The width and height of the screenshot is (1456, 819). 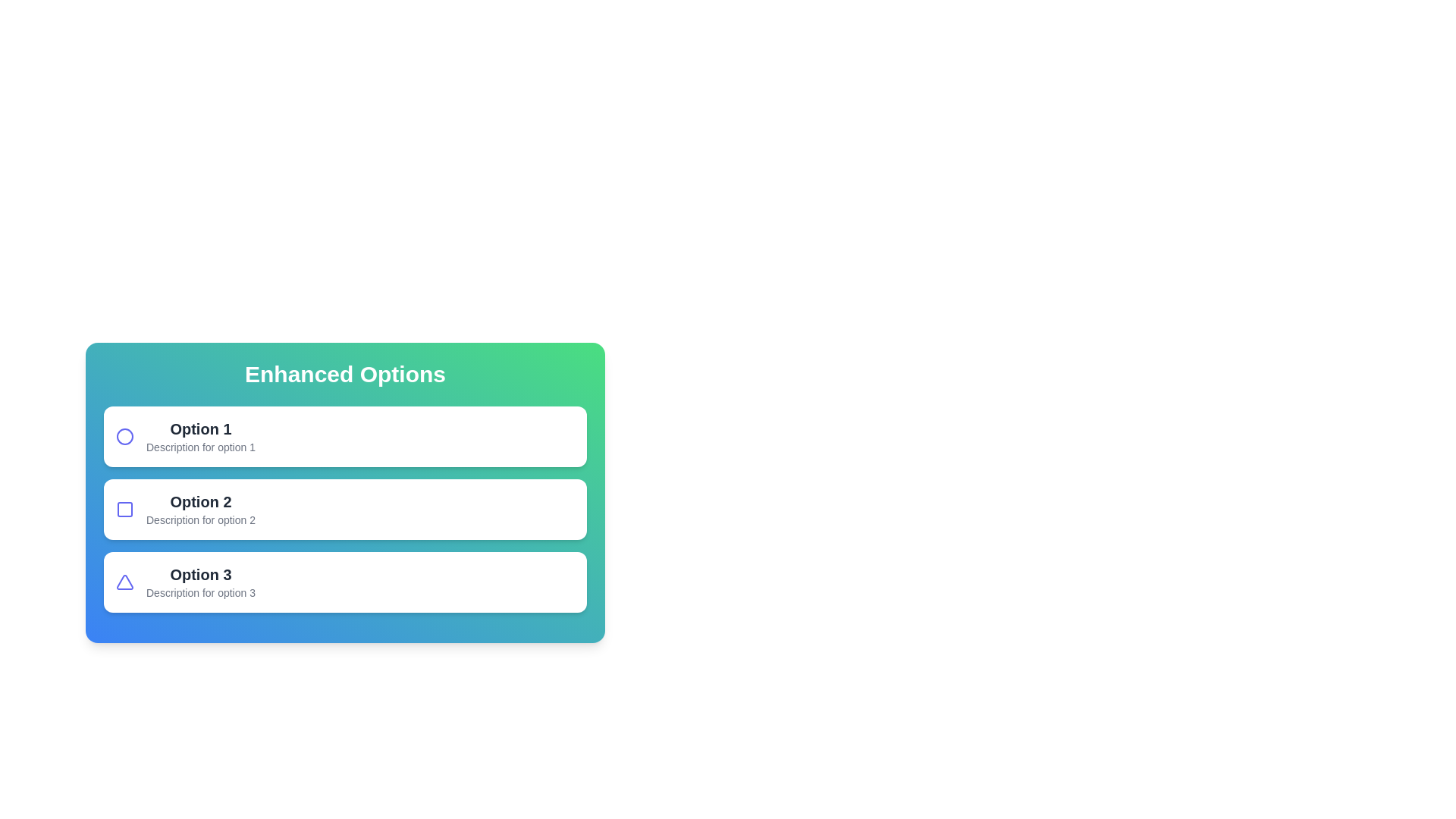 I want to click on the second selectable option's textual label in the list, which is located between 'Option 1' and 'Option 3', so click(x=199, y=502).